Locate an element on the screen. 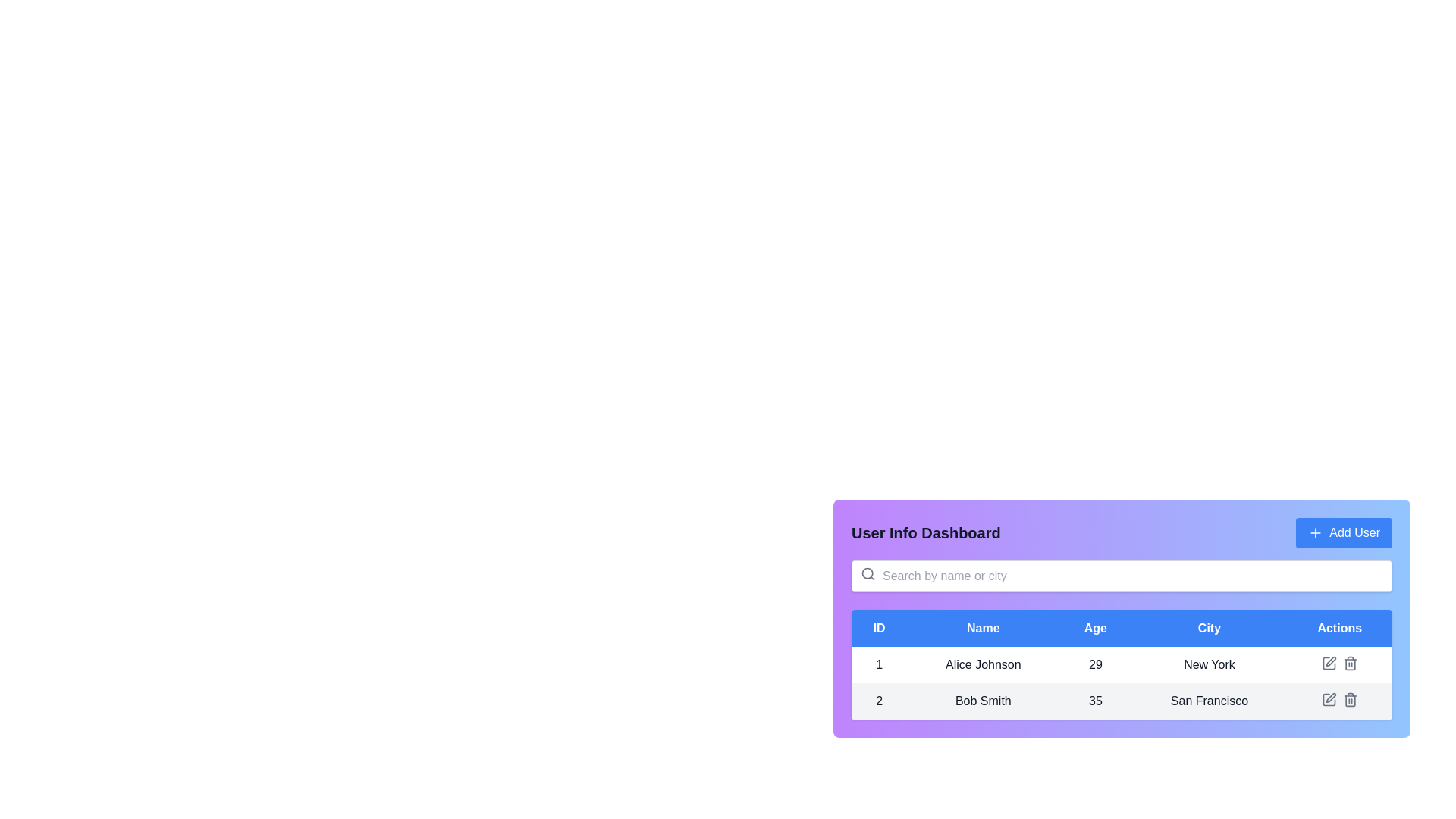 This screenshot has width=1456, height=819. the edit button located in the 'Actions' column of the first row for user 'Alice Johnson' to initiate editing is located at coordinates (1328, 663).